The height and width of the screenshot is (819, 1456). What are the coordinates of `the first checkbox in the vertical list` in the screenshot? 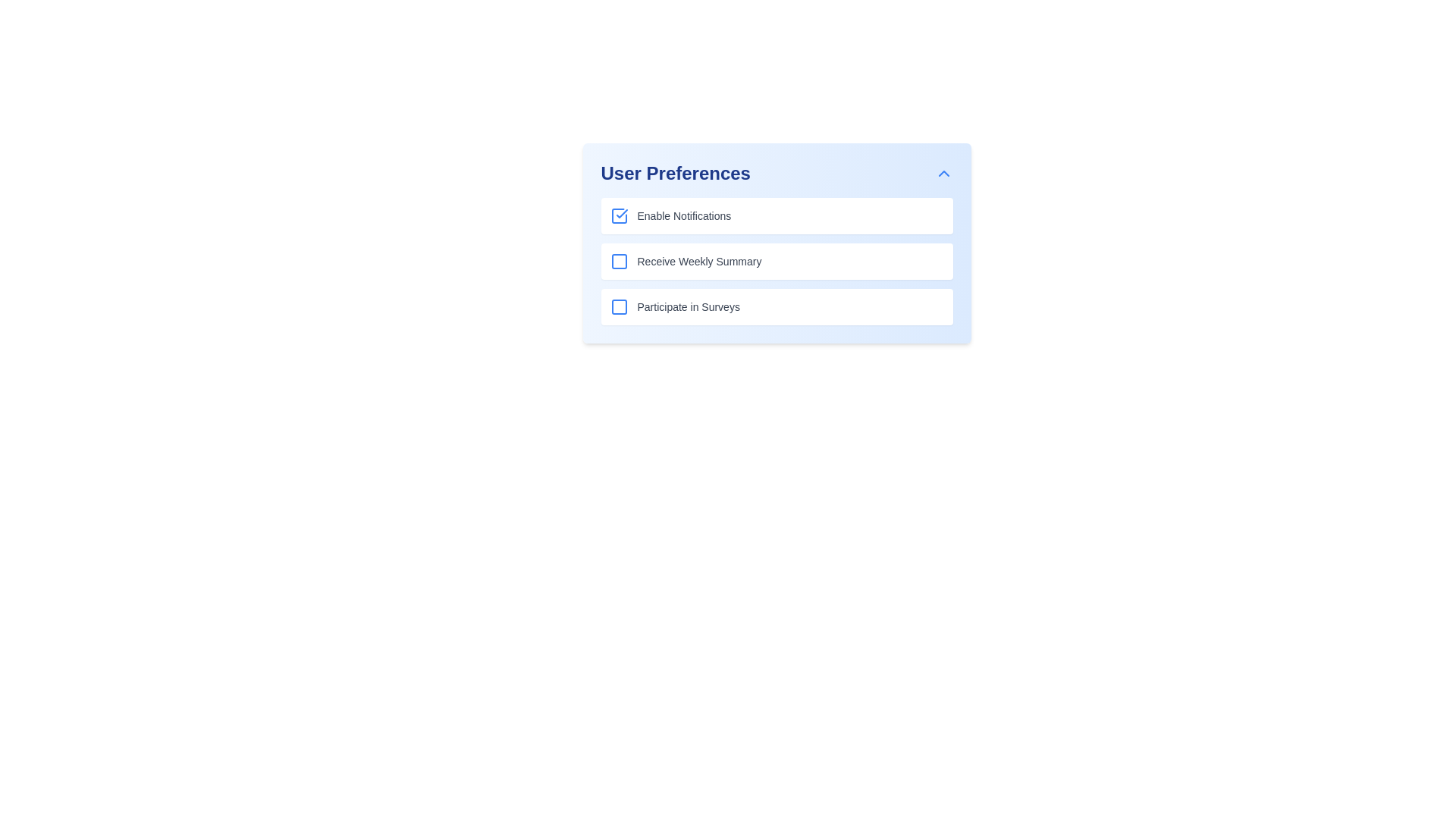 It's located at (777, 216).